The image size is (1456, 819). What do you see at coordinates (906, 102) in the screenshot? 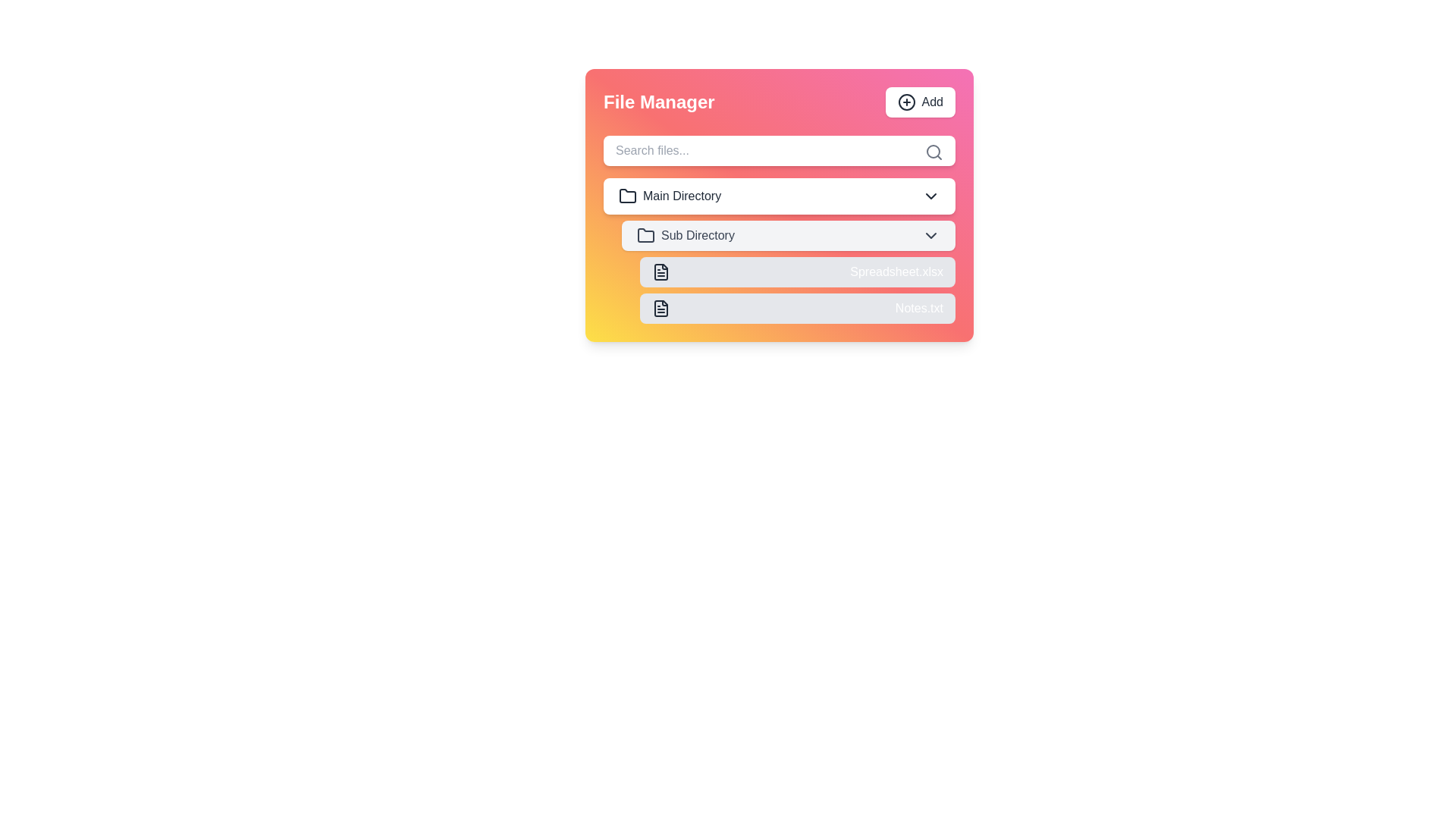
I see `the circular icon located in the top-right corner of the 'File Manager' interface, which is adjacent to the 'Add' text` at bounding box center [906, 102].